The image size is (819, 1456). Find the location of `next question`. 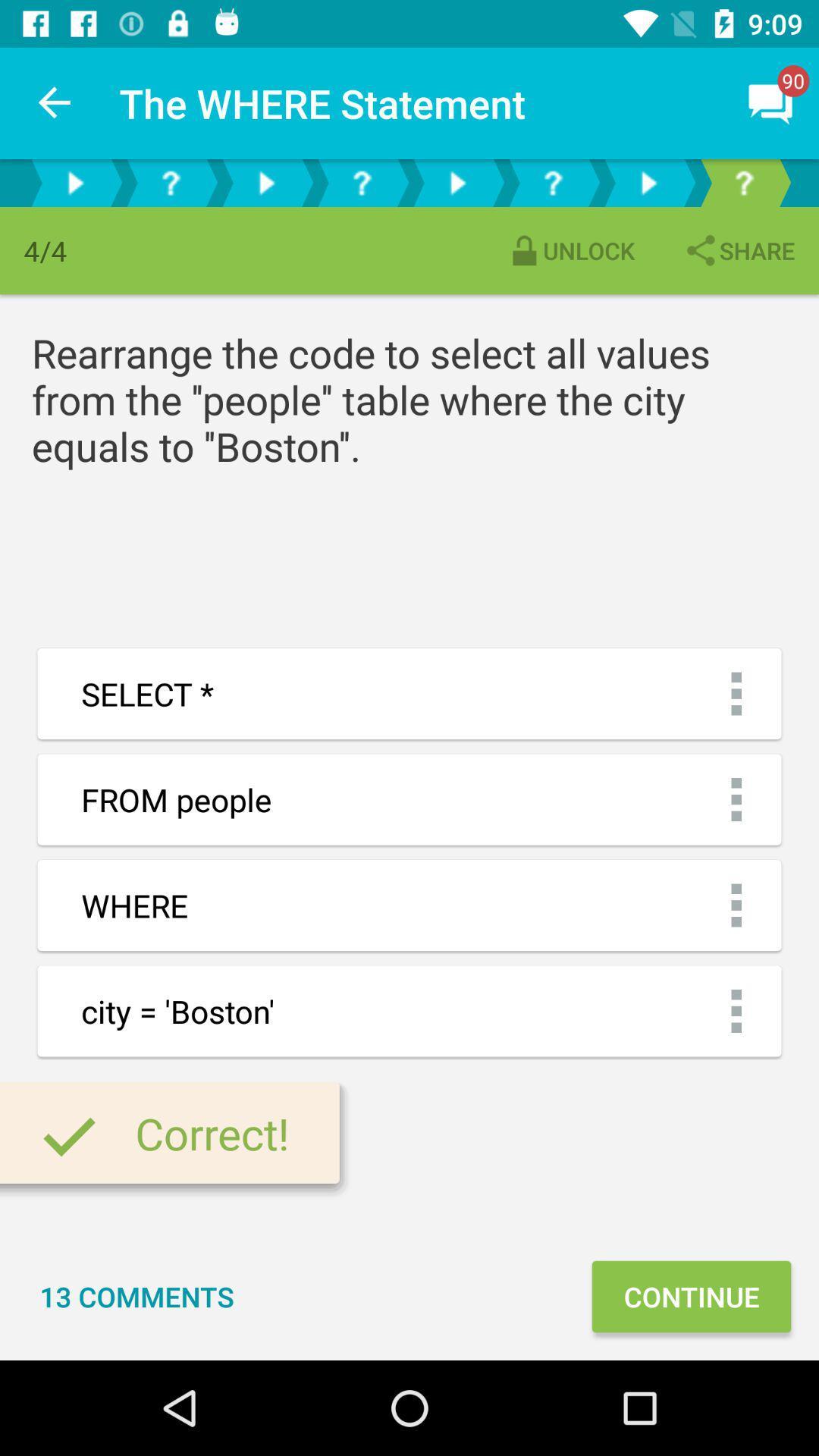

next question is located at coordinates (265, 182).